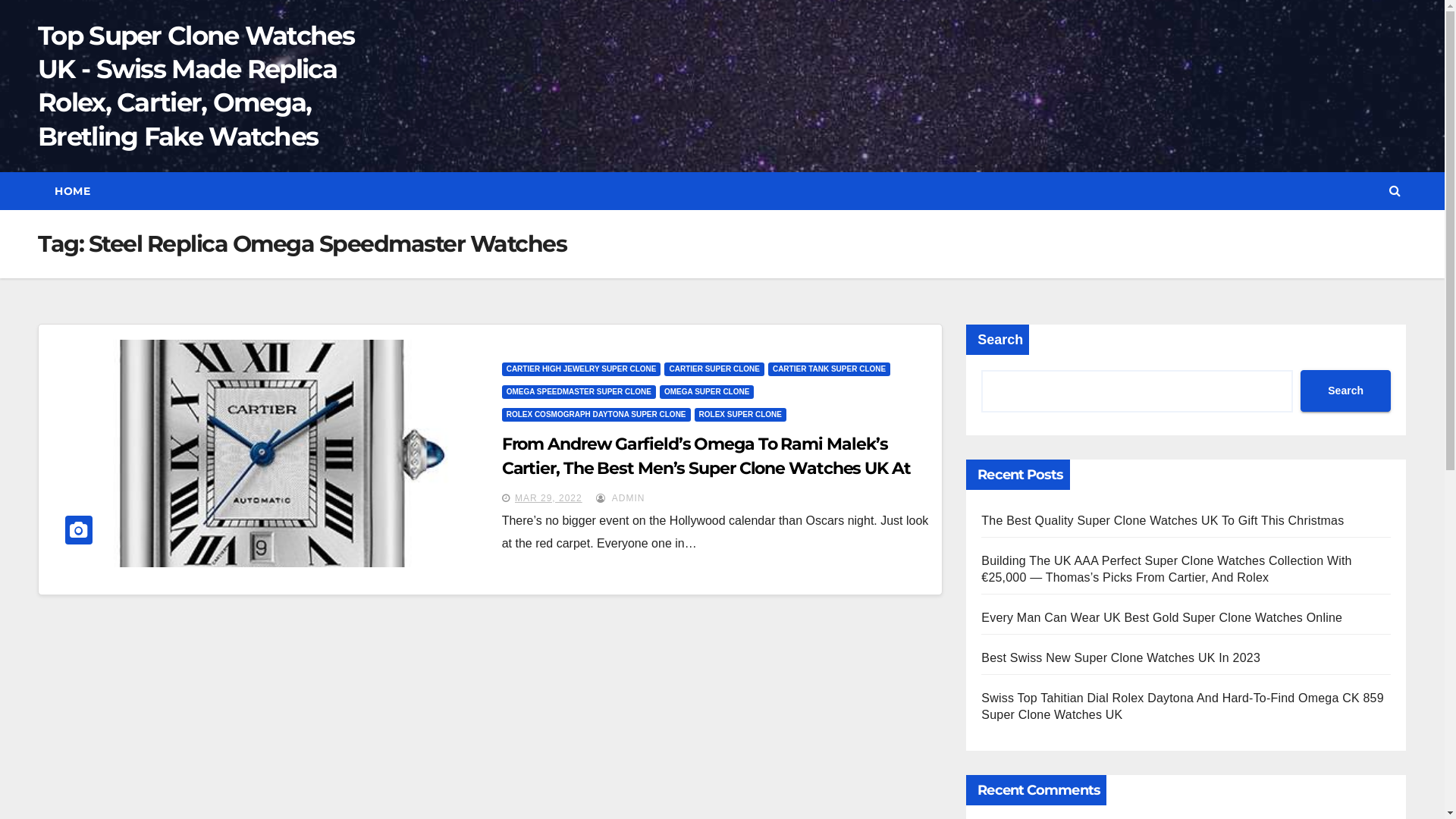 The height and width of the screenshot is (819, 1456). I want to click on 'CARTIER HIGH JEWELRY SUPER CLONE', so click(581, 369).